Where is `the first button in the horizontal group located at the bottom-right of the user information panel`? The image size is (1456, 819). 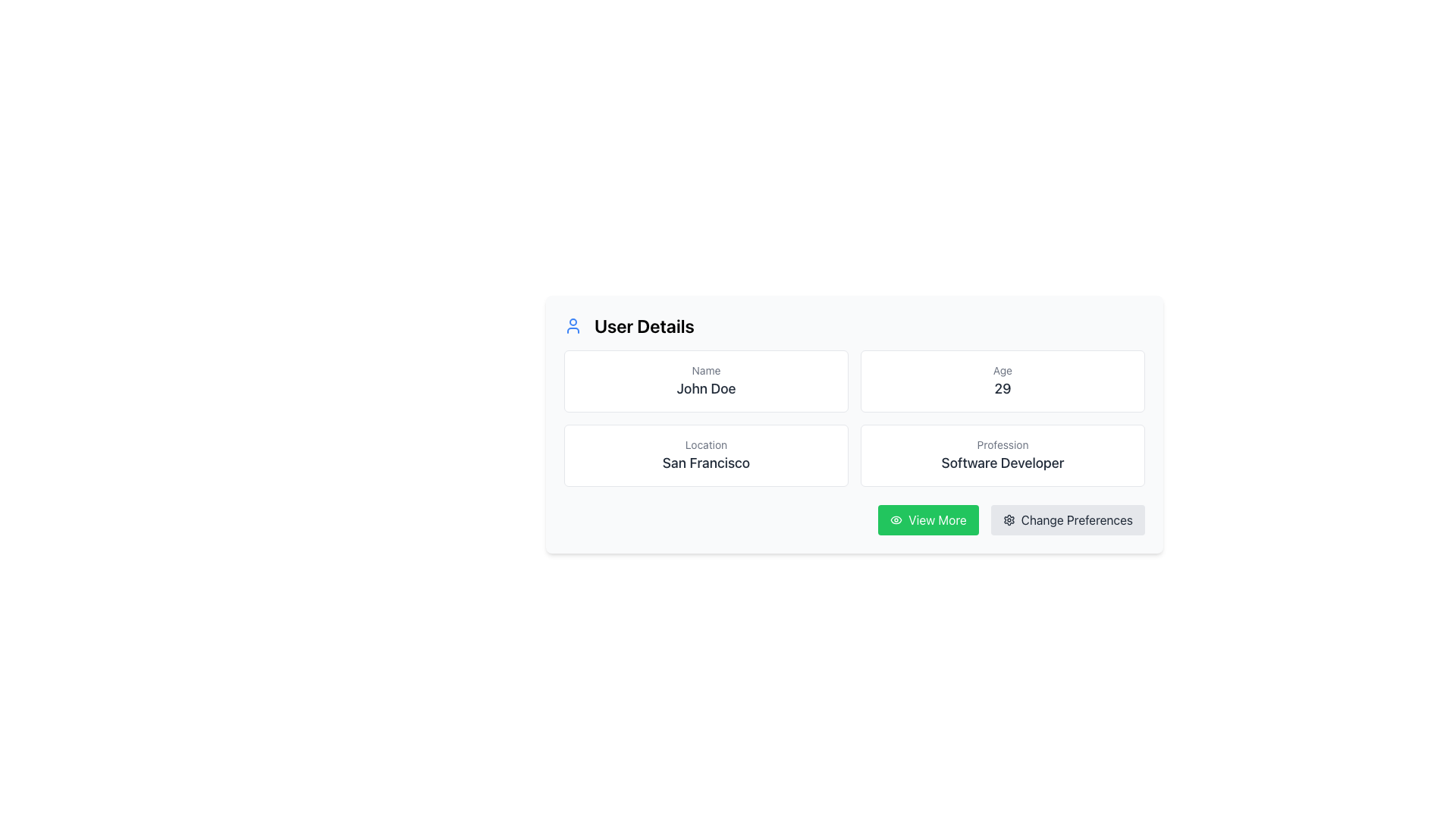 the first button in the horizontal group located at the bottom-right of the user information panel is located at coordinates (927, 519).